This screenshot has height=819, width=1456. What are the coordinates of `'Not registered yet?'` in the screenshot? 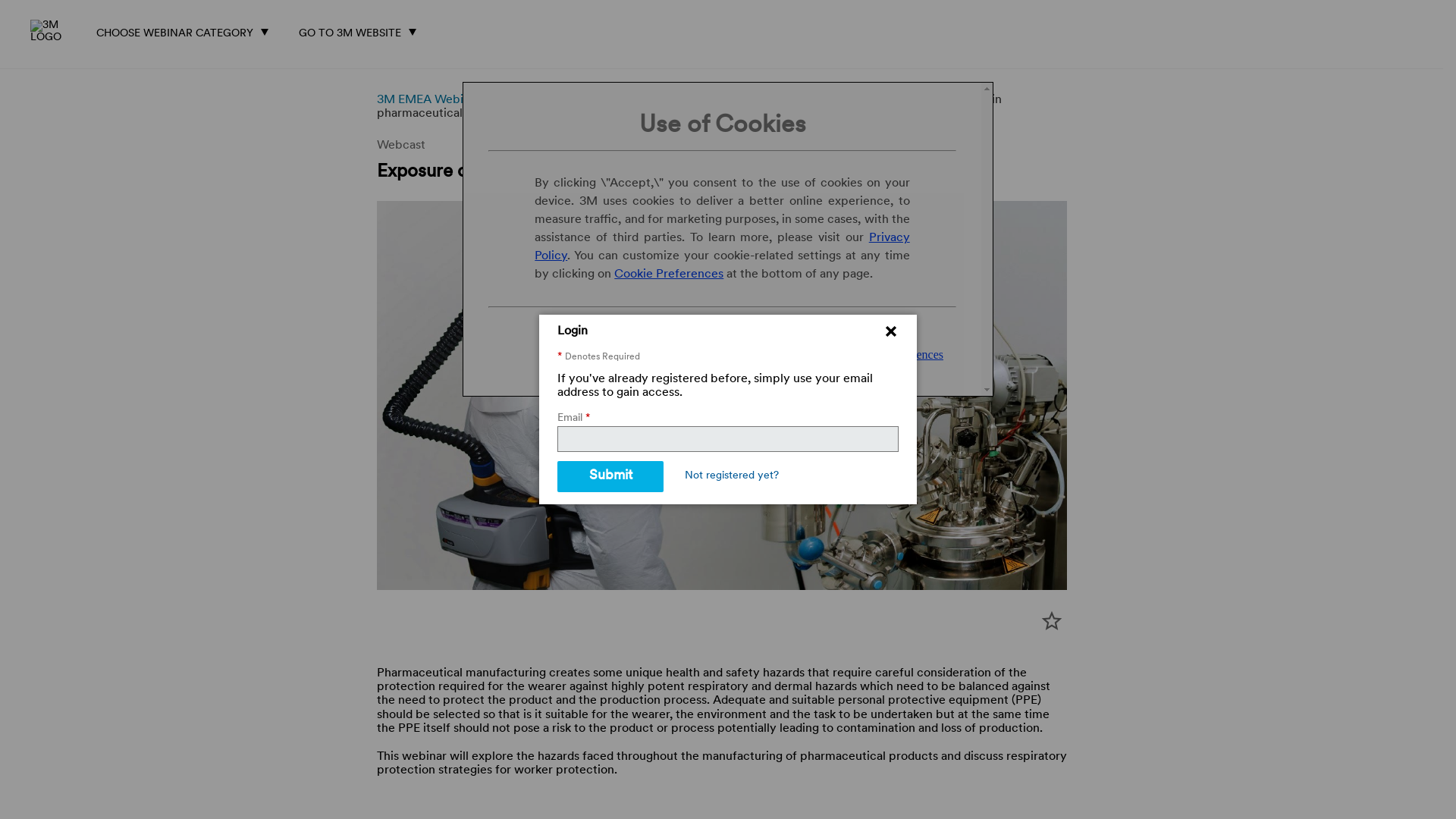 It's located at (731, 475).